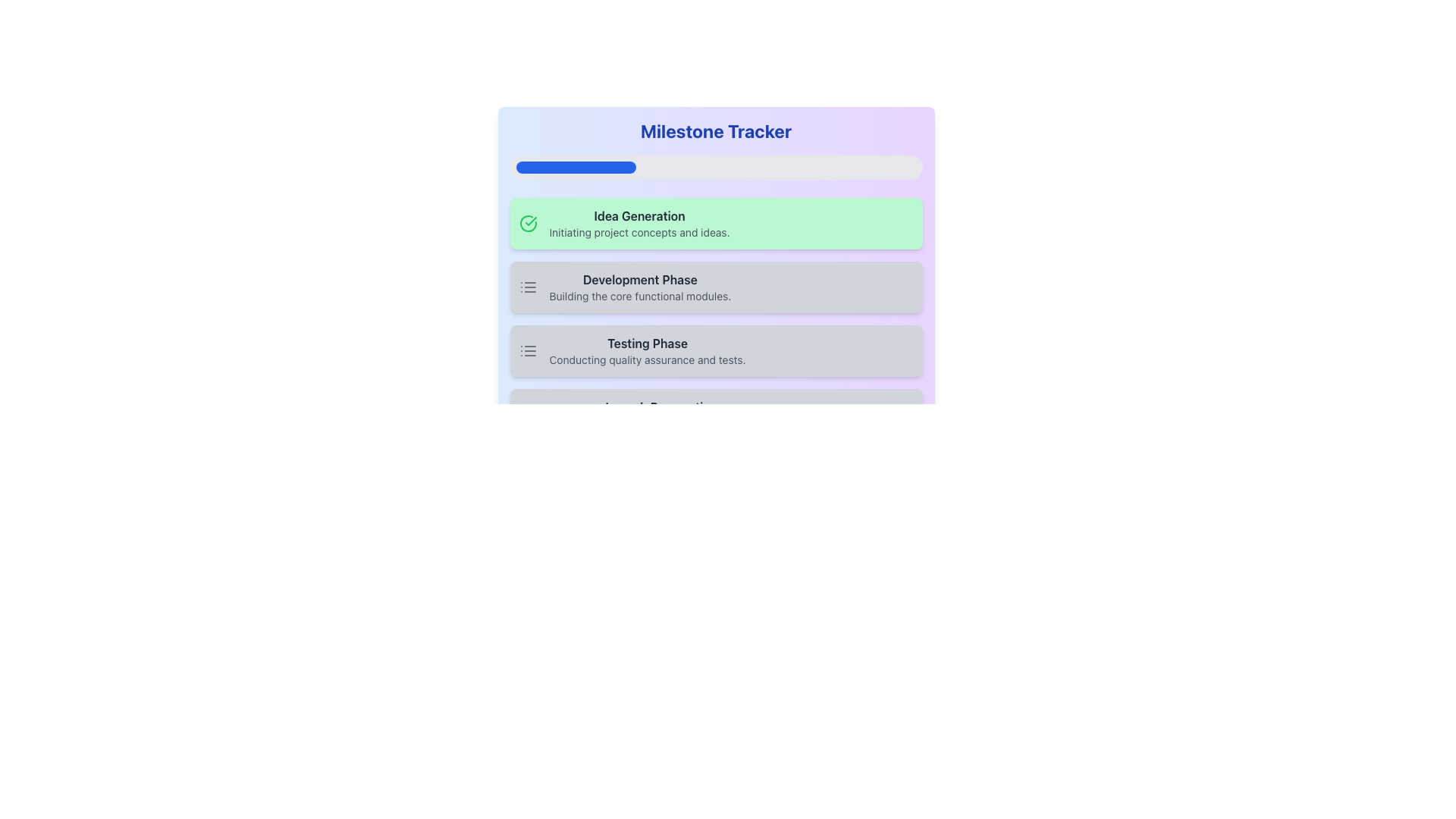 The image size is (1456, 819). Describe the element at coordinates (648, 359) in the screenshot. I see `the static text element that describes the 'Testing Phase' milestone, positioned below the 'Testing Phase' heading in the milestone tracker` at that location.